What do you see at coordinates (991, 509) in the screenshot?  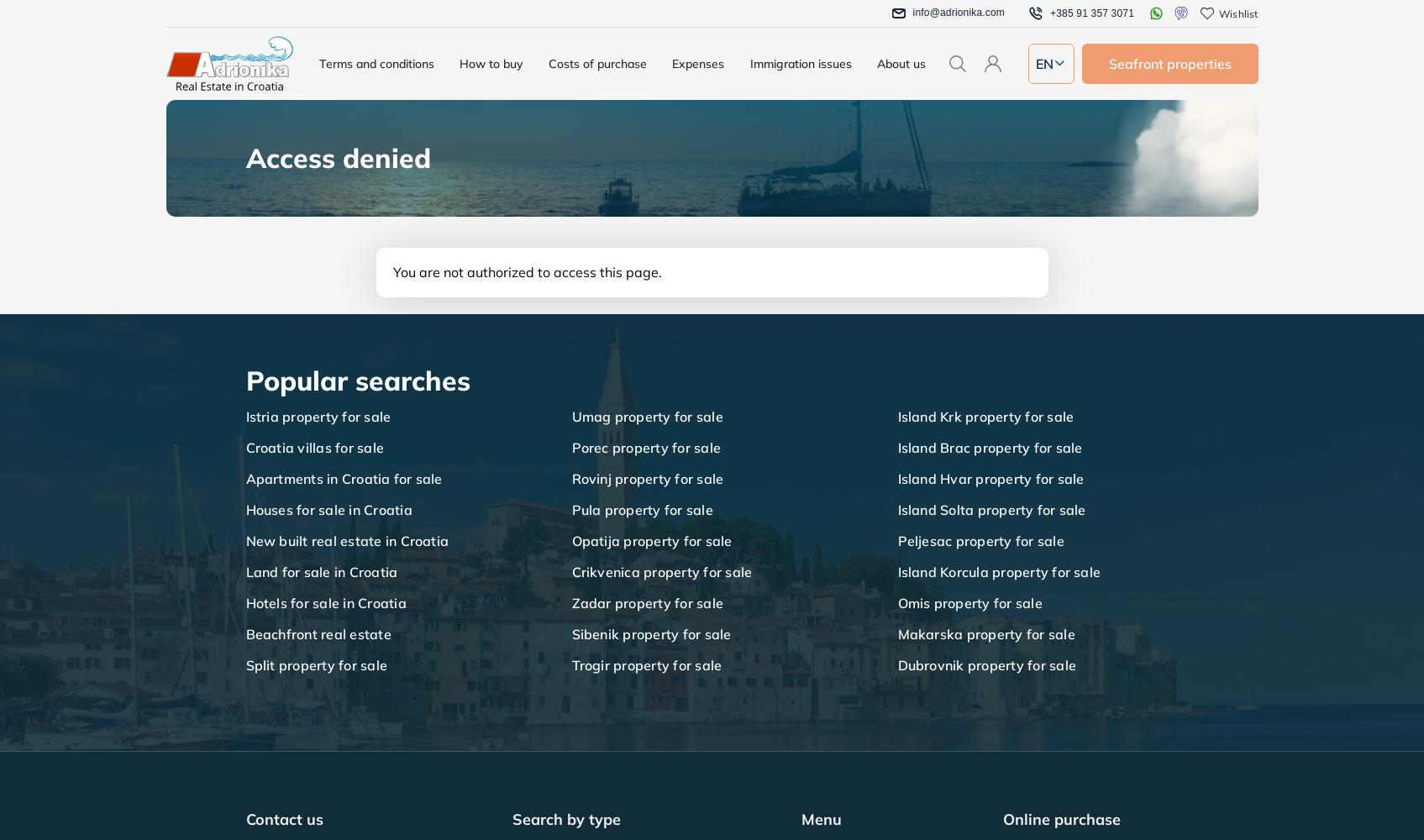 I see `'Island Solta property for sale'` at bounding box center [991, 509].